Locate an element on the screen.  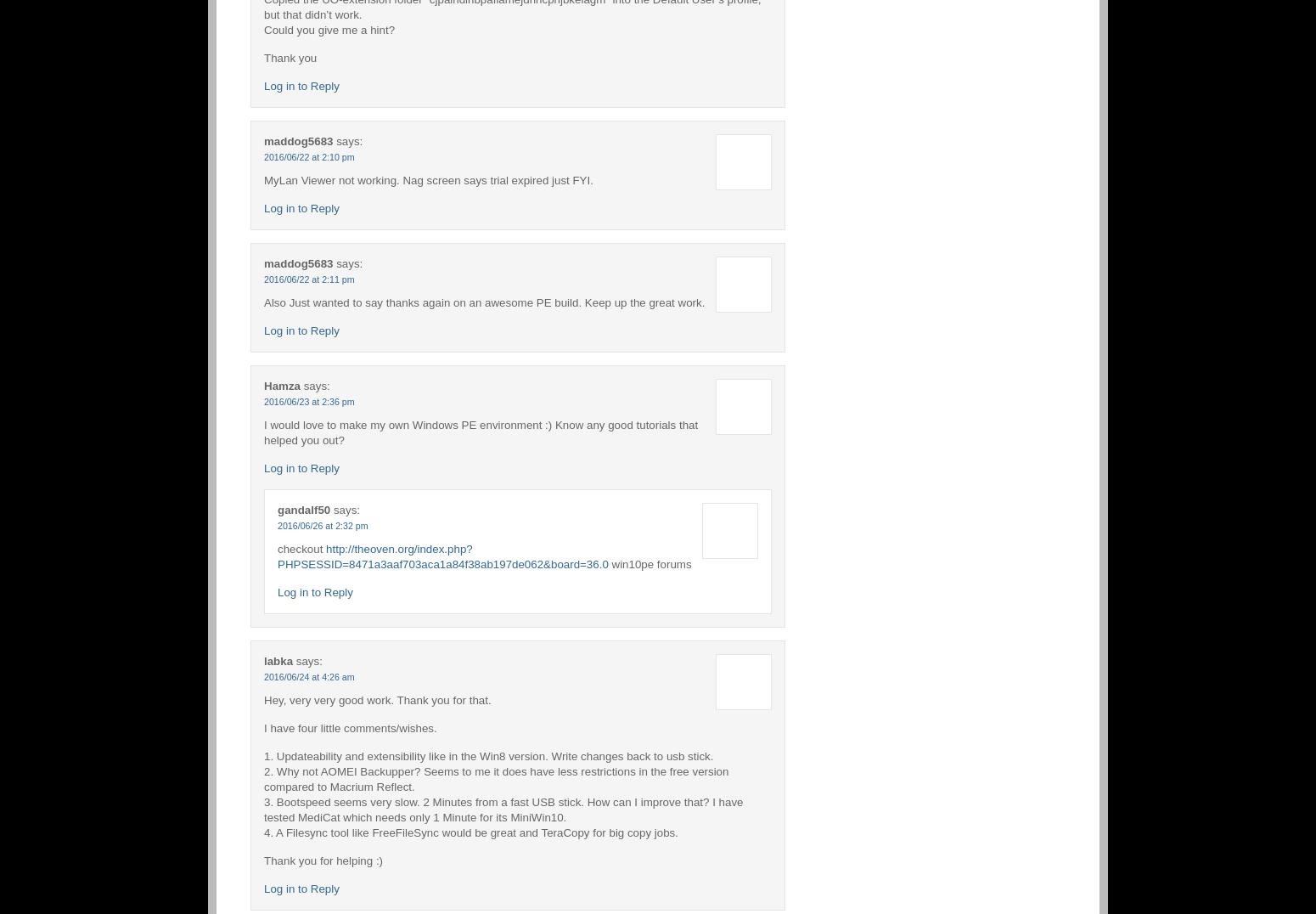
'1. Updateability and extensibility like in the Win8 version. Write changes back to usb stick.' is located at coordinates (488, 755).